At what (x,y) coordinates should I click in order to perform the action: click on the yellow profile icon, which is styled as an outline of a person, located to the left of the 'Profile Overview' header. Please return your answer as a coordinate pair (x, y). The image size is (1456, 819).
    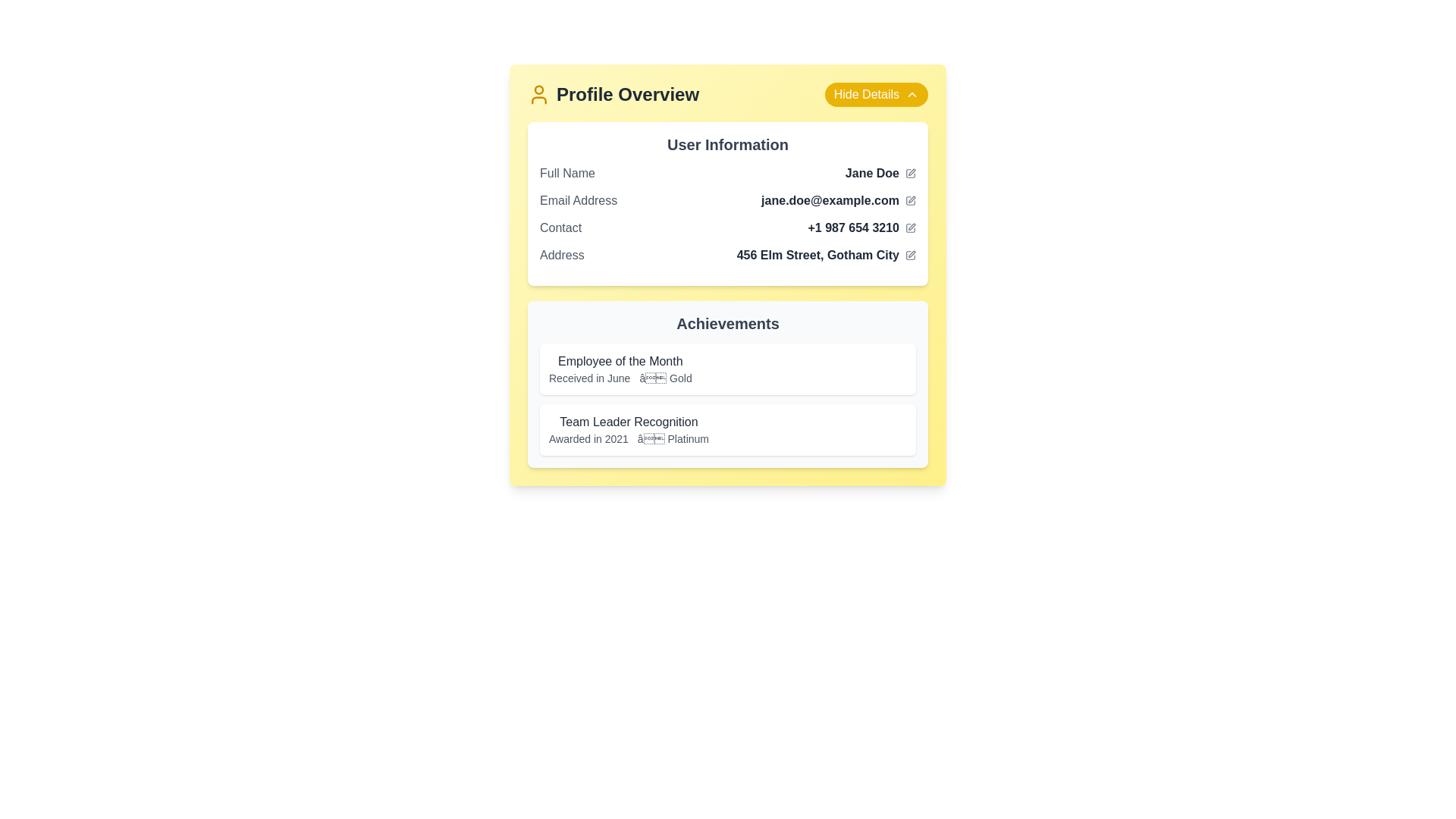
    Looking at the image, I should click on (538, 94).